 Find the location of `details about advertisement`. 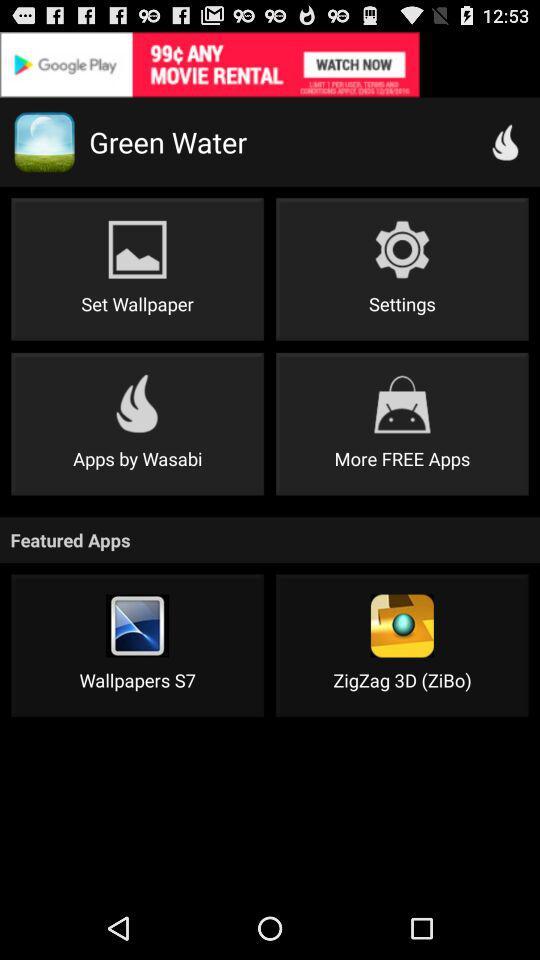

details about advertisement is located at coordinates (270, 64).